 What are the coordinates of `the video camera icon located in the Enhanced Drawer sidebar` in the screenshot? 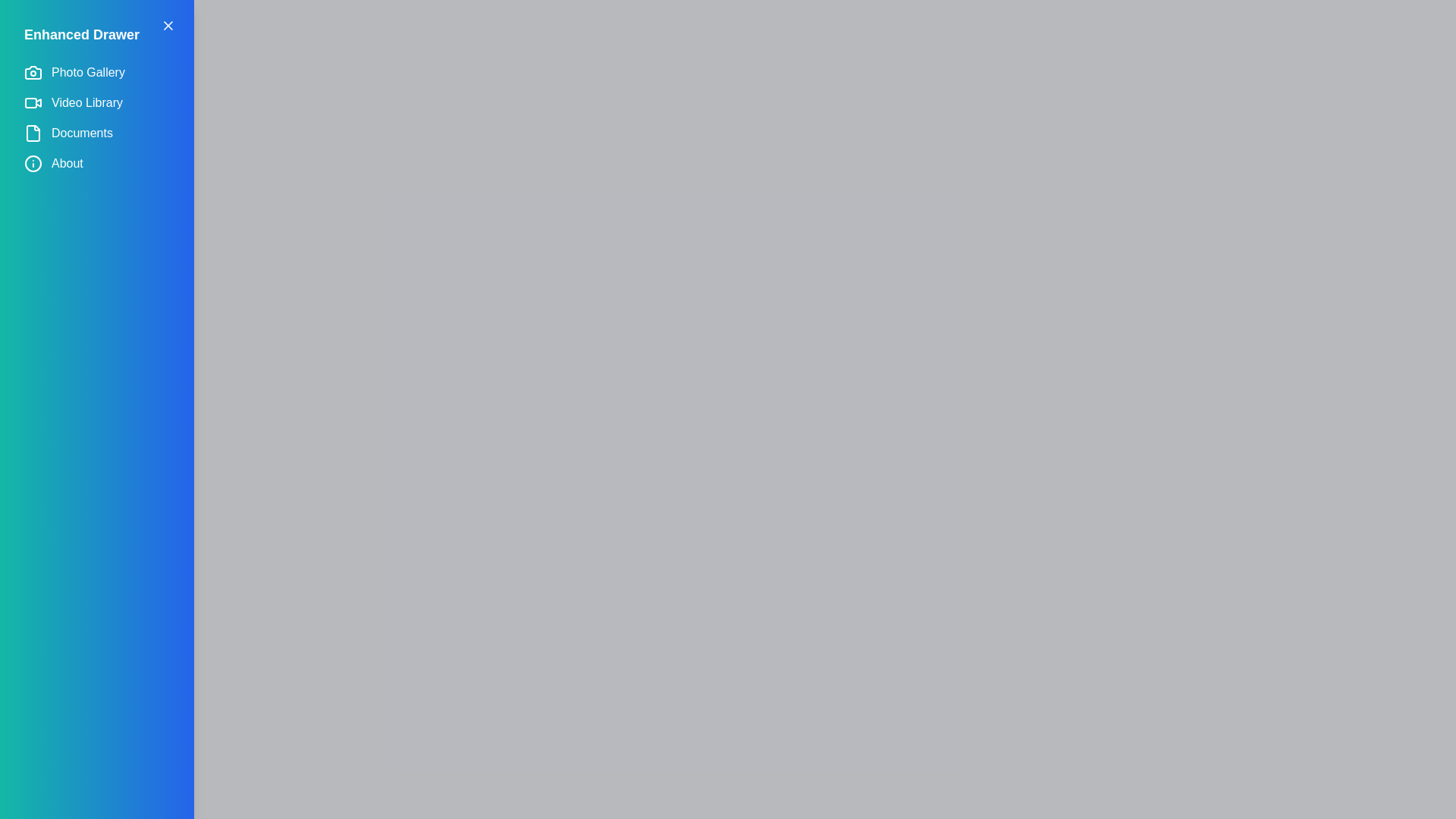 It's located at (33, 102).